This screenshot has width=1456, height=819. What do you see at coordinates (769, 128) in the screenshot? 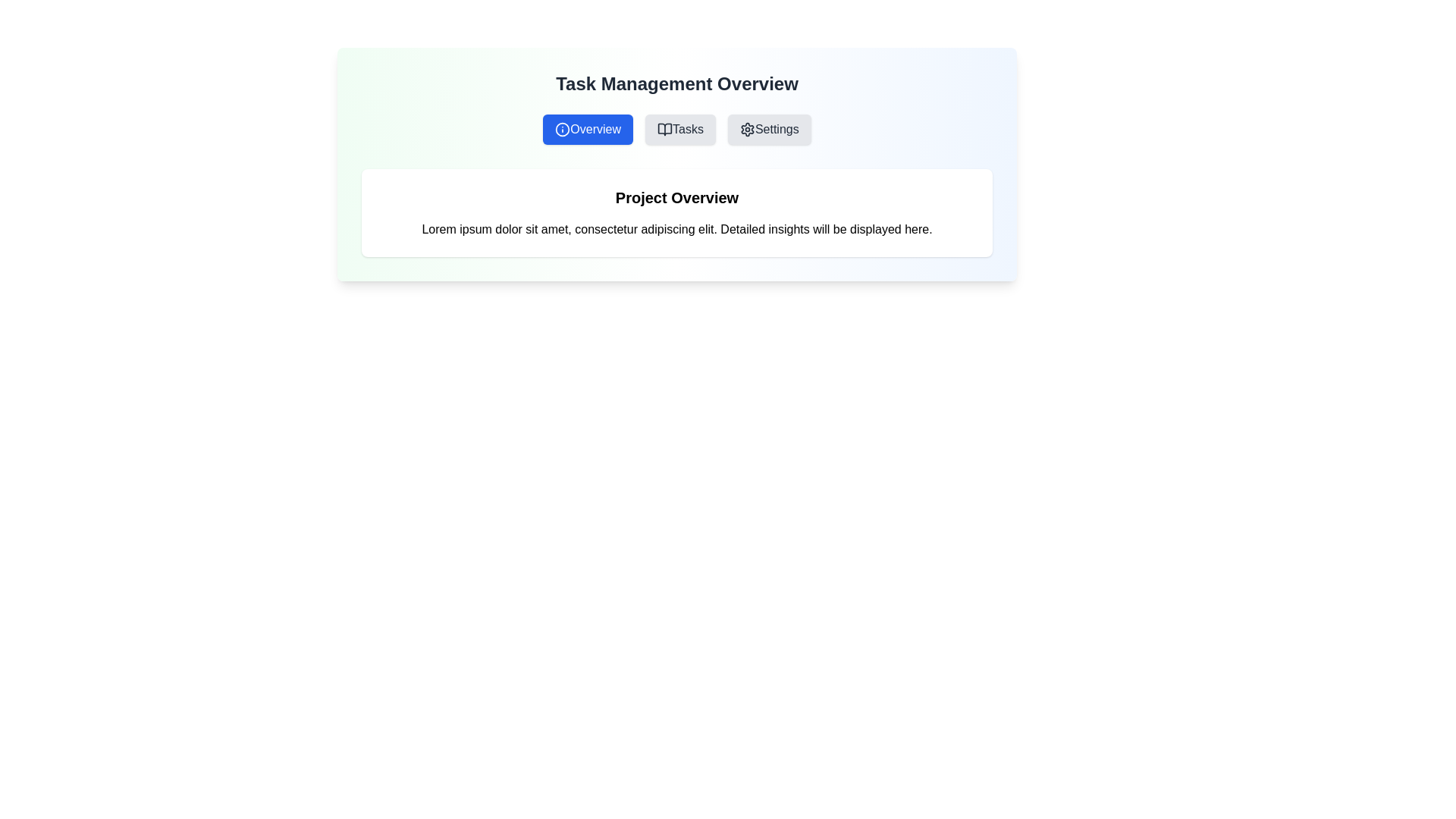
I see `the third button in the navigation section` at bounding box center [769, 128].